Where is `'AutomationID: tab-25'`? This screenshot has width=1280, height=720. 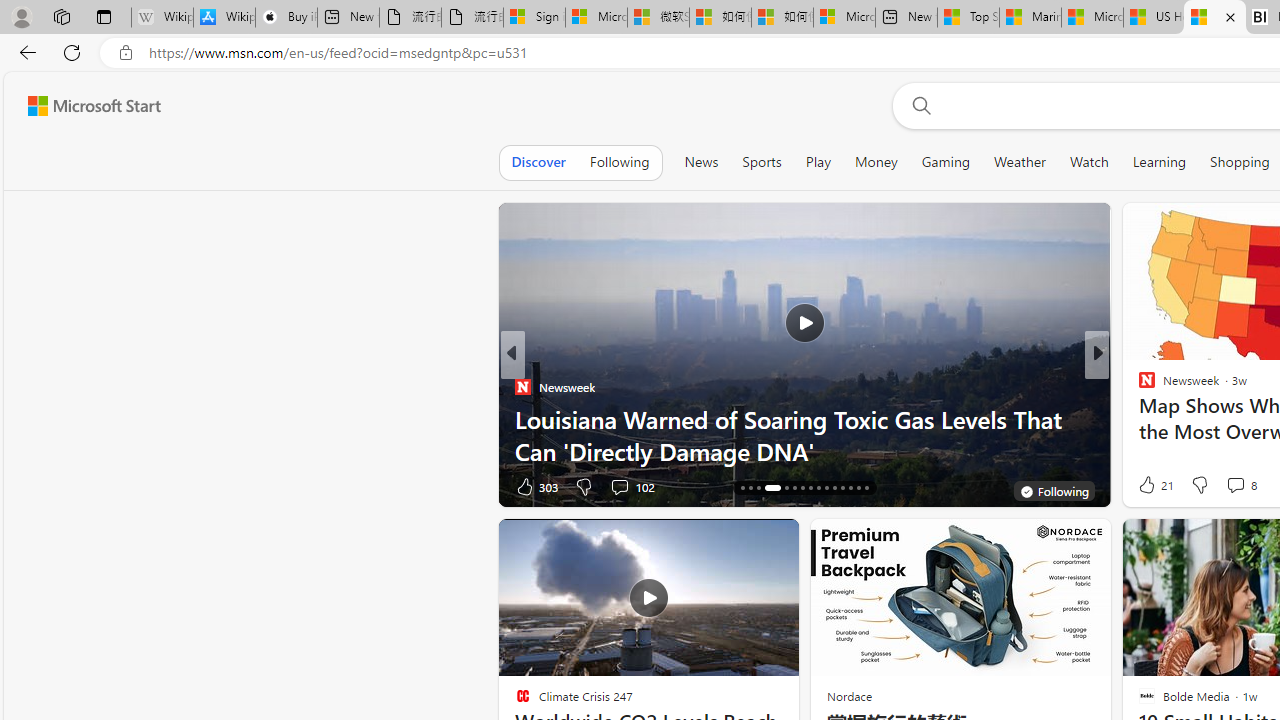
'AutomationID: tab-25' is located at coordinates (826, 488).